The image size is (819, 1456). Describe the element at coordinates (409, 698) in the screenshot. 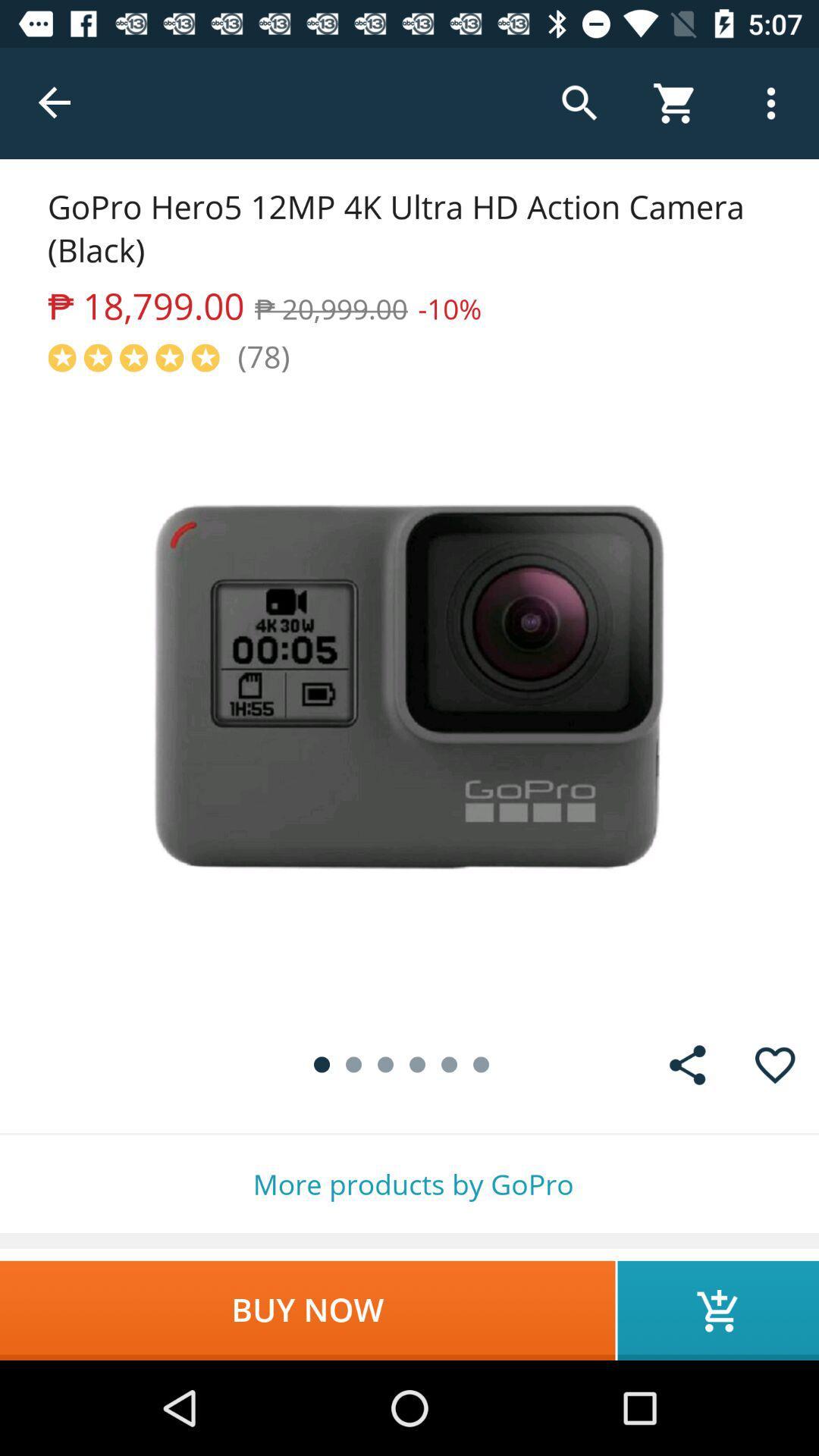

I see `the item at the center` at that location.